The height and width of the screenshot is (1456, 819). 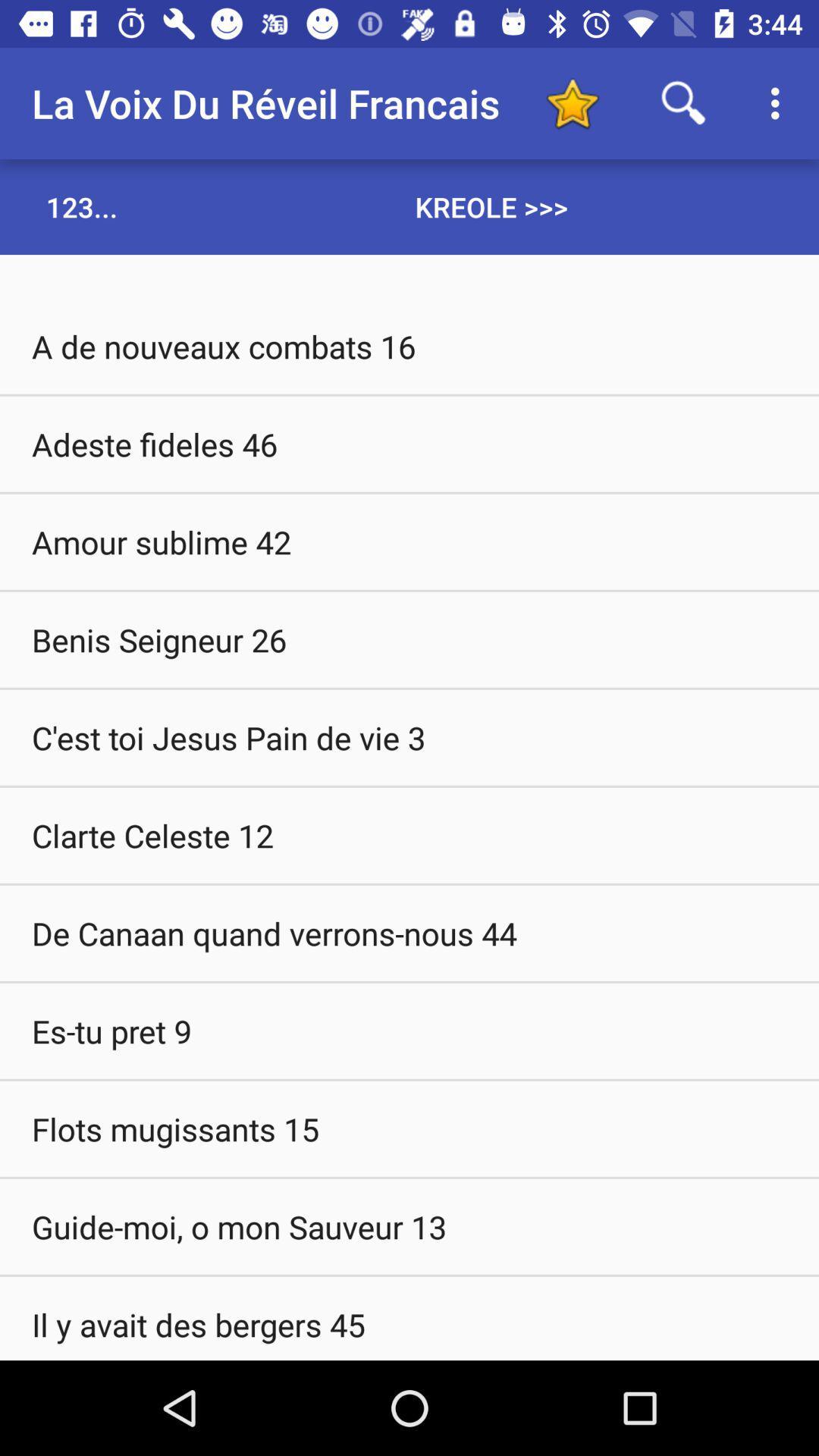 What do you see at coordinates (82, 206) in the screenshot?
I see `app below the la voix du` at bounding box center [82, 206].